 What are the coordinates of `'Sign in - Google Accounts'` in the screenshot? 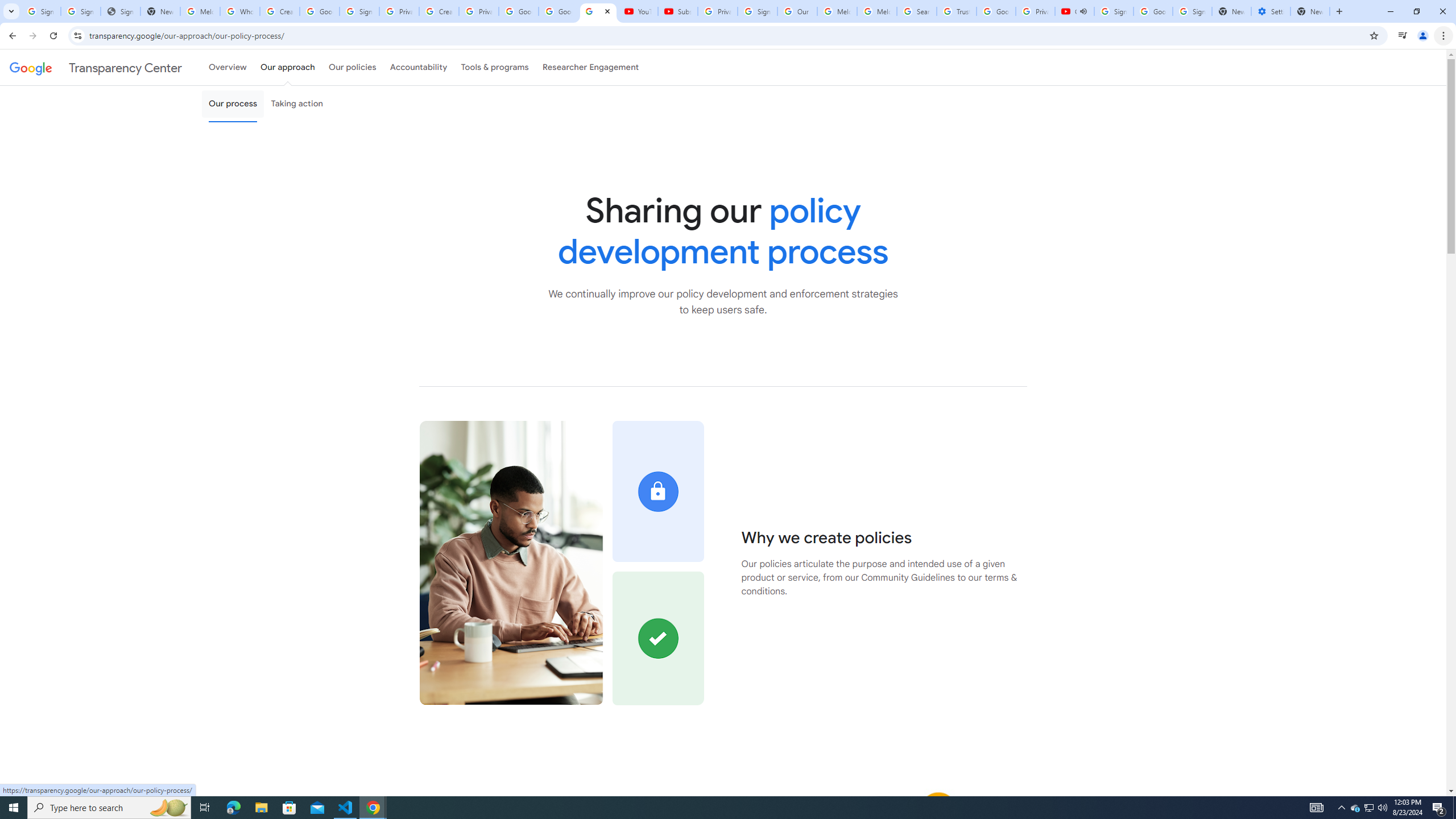 It's located at (1113, 11).